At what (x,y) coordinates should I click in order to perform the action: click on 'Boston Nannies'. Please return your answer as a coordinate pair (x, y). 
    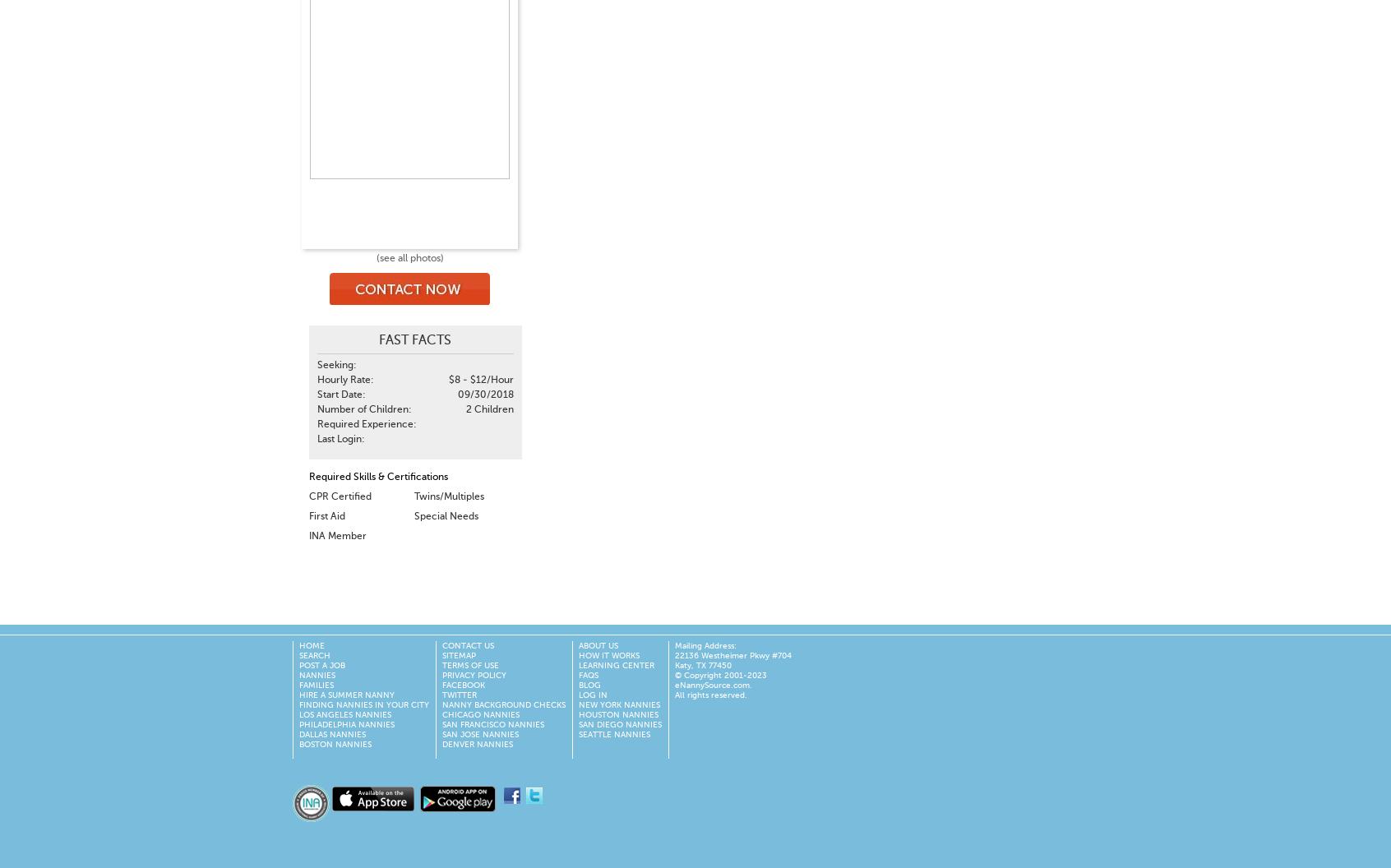
    Looking at the image, I should click on (335, 744).